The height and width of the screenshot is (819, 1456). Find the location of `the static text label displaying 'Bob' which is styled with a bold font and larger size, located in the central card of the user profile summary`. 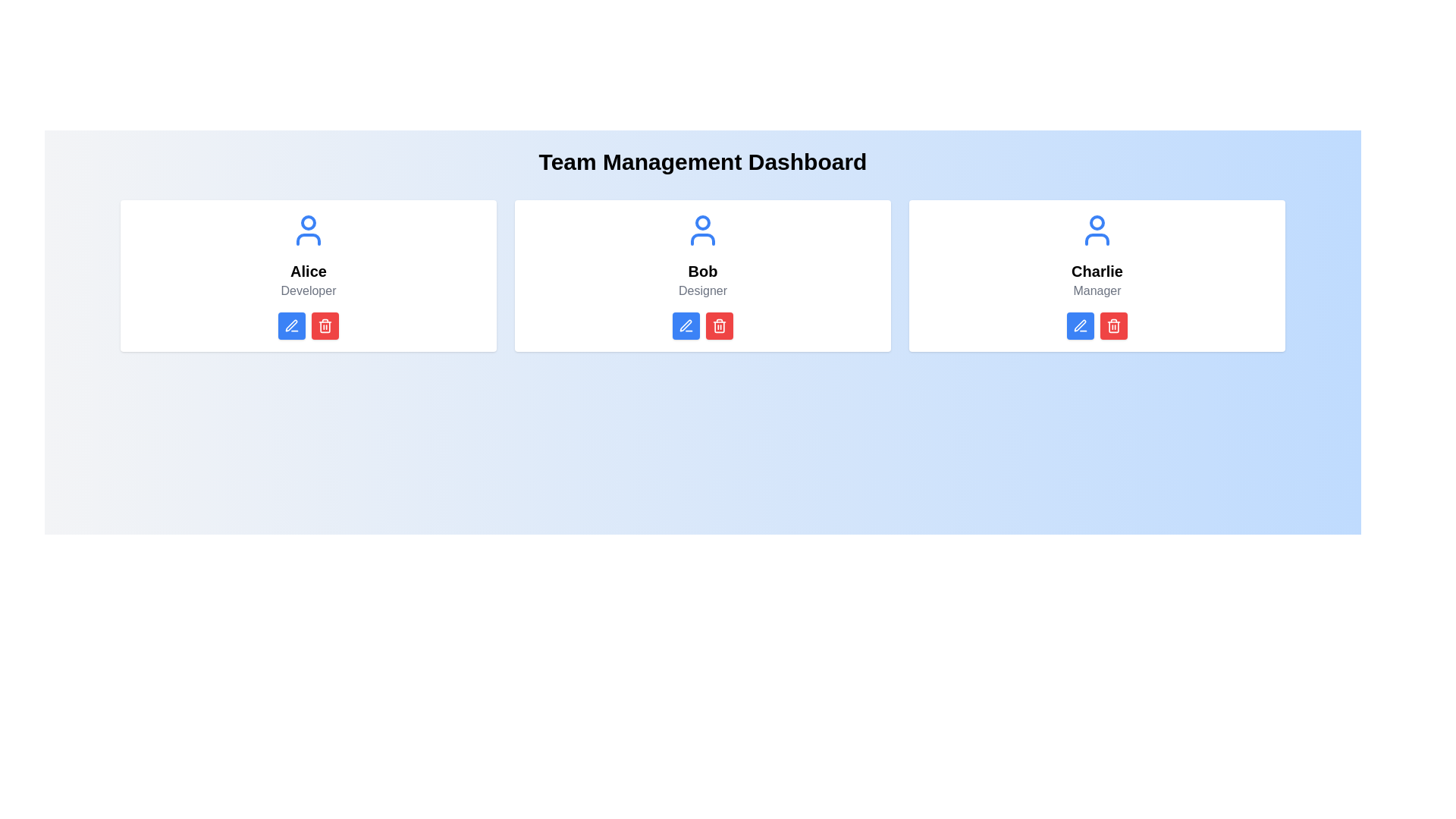

the static text label displaying 'Bob' which is styled with a bold font and larger size, located in the central card of the user profile summary is located at coordinates (701, 271).